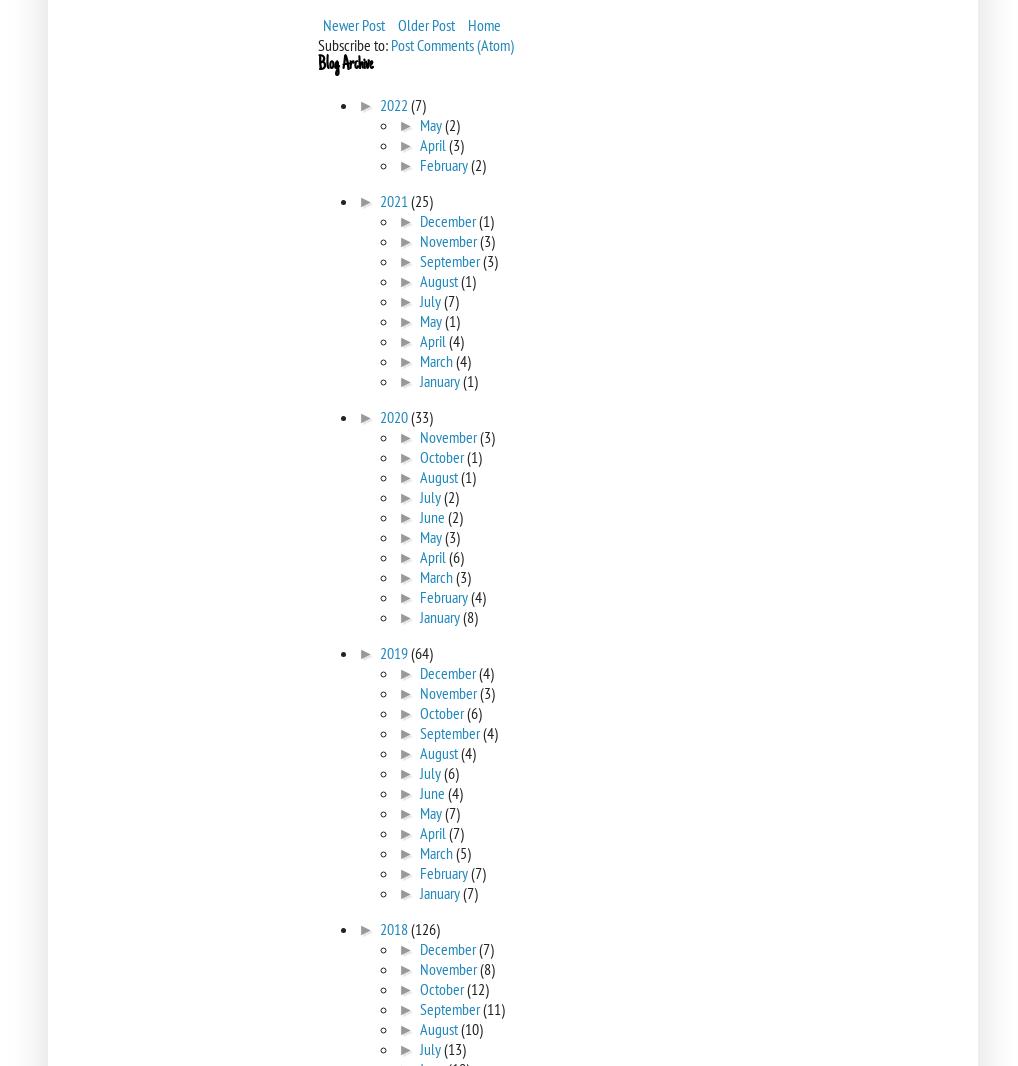 The image size is (1018, 1066). What do you see at coordinates (398, 24) in the screenshot?
I see `'Older Post'` at bounding box center [398, 24].